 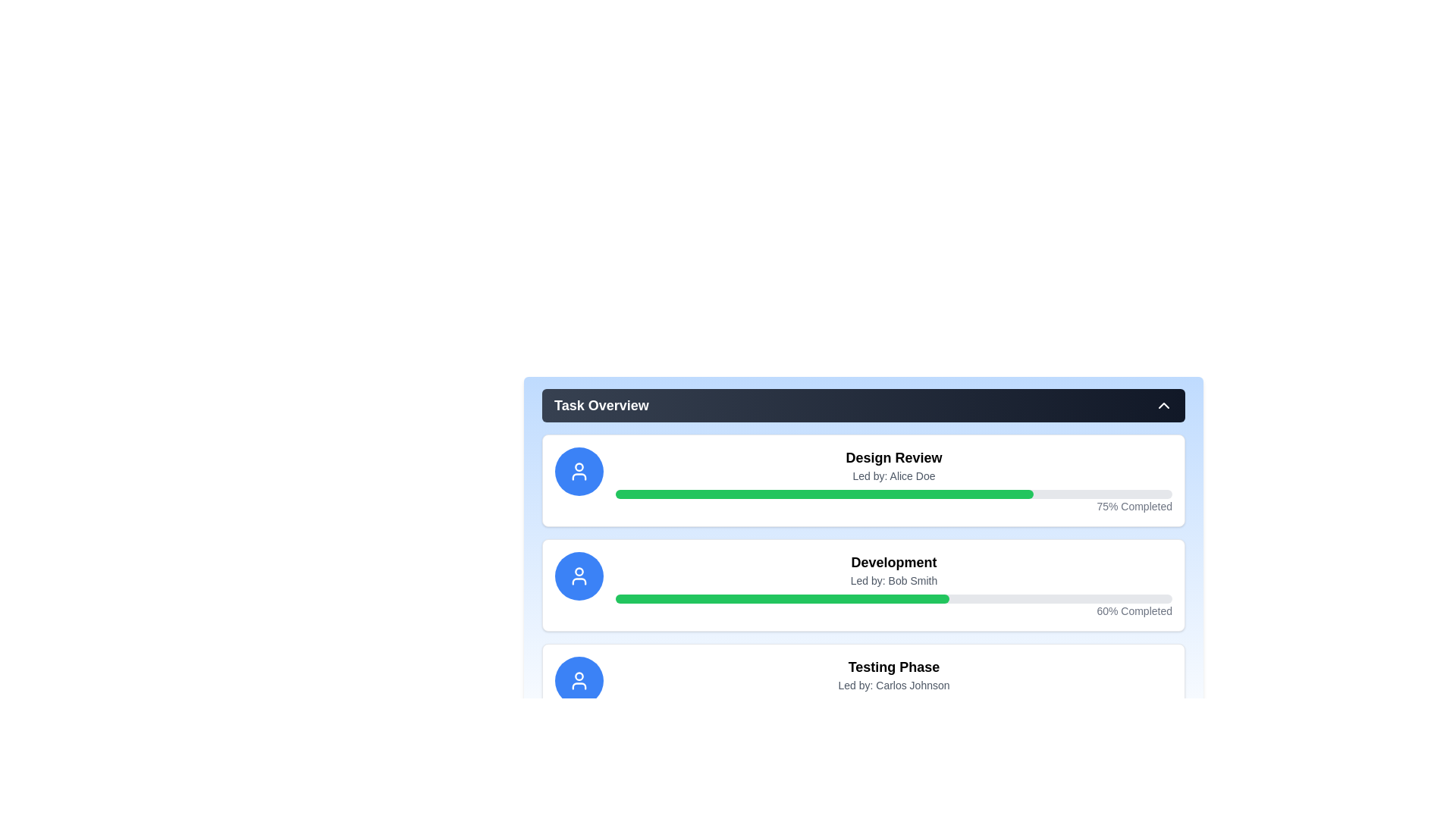 What do you see at coordinates (894, 598) in the screenshot?
I see `the horizontal progress bar in the 'Development' section, which is styled with a gray background and a green filled portion, located between the text 'Led by: Bob Smith' and '60% Completed'` at bounding box center [894, 598].